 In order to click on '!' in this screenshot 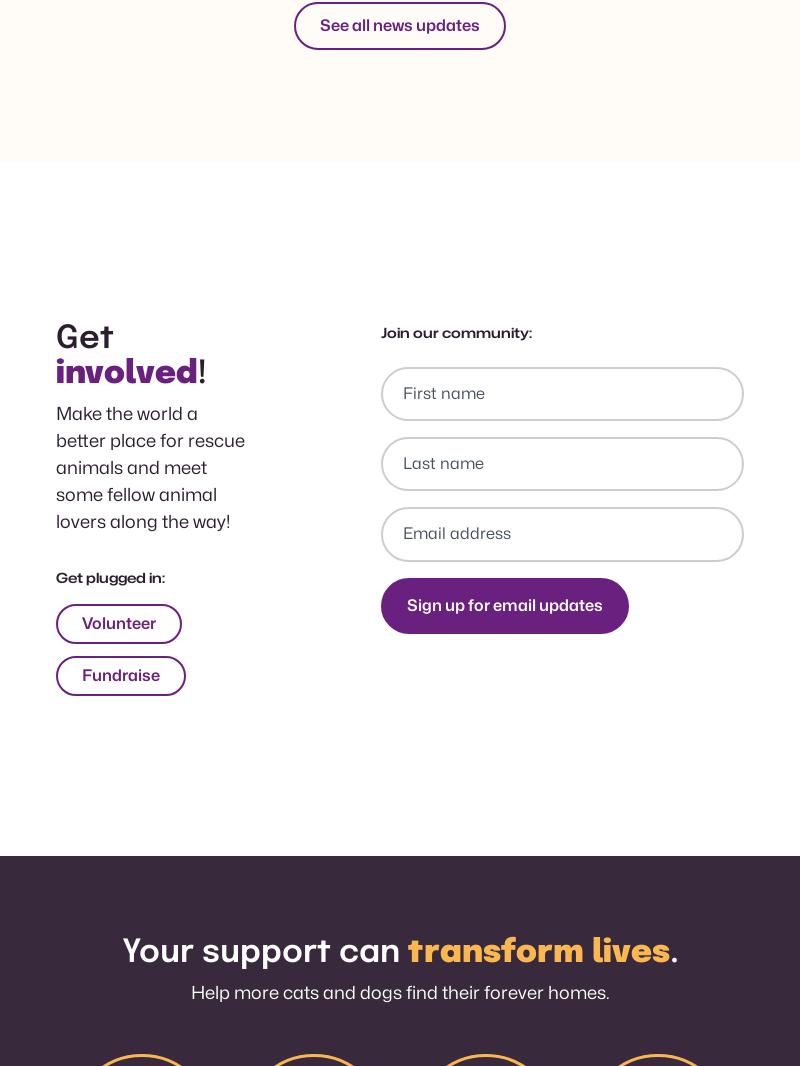, I will do `click(203, 373)`.